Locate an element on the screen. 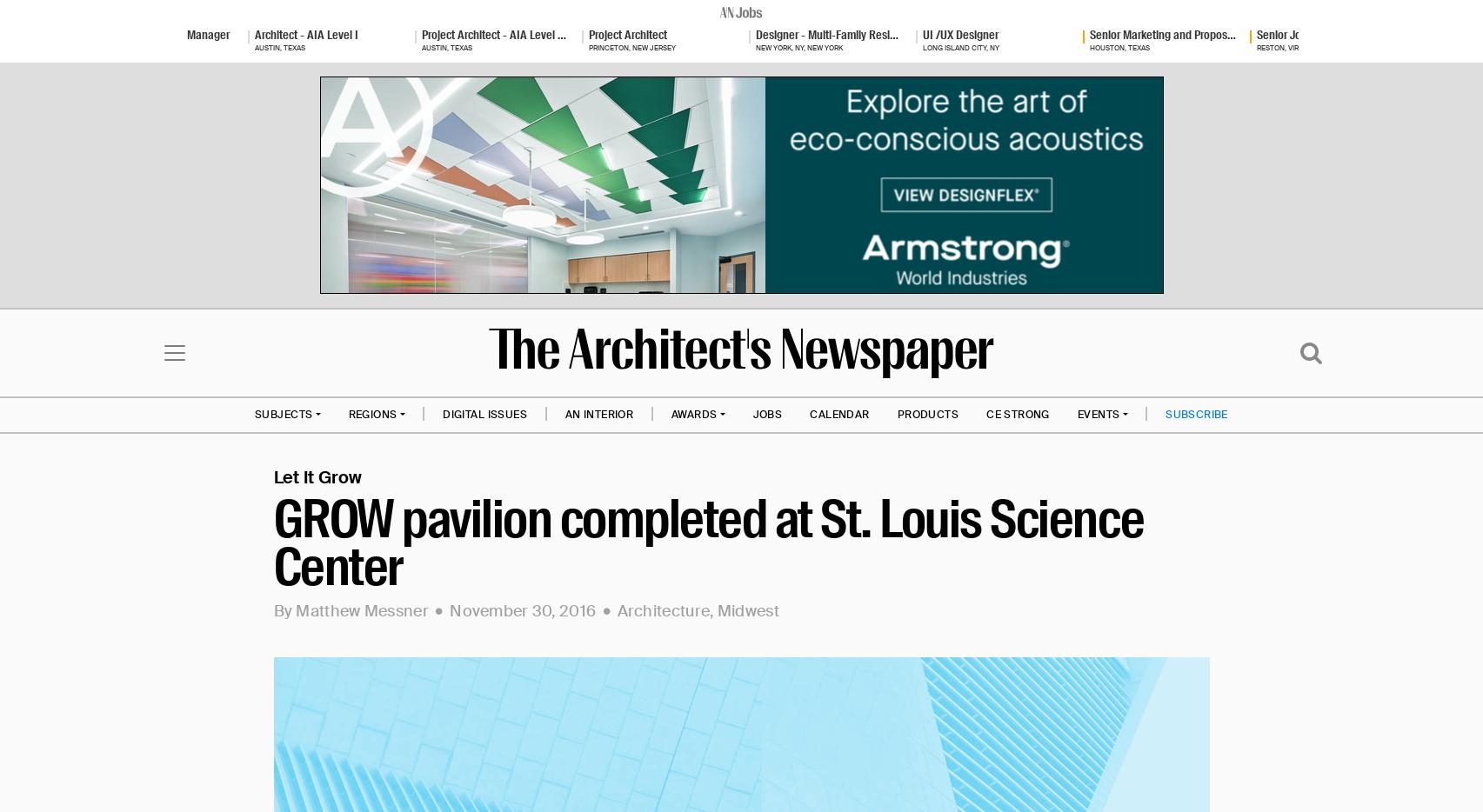 The height and width of the screenshot is (812, 1483). 'Midwest' is located at coordinates (746, 611).